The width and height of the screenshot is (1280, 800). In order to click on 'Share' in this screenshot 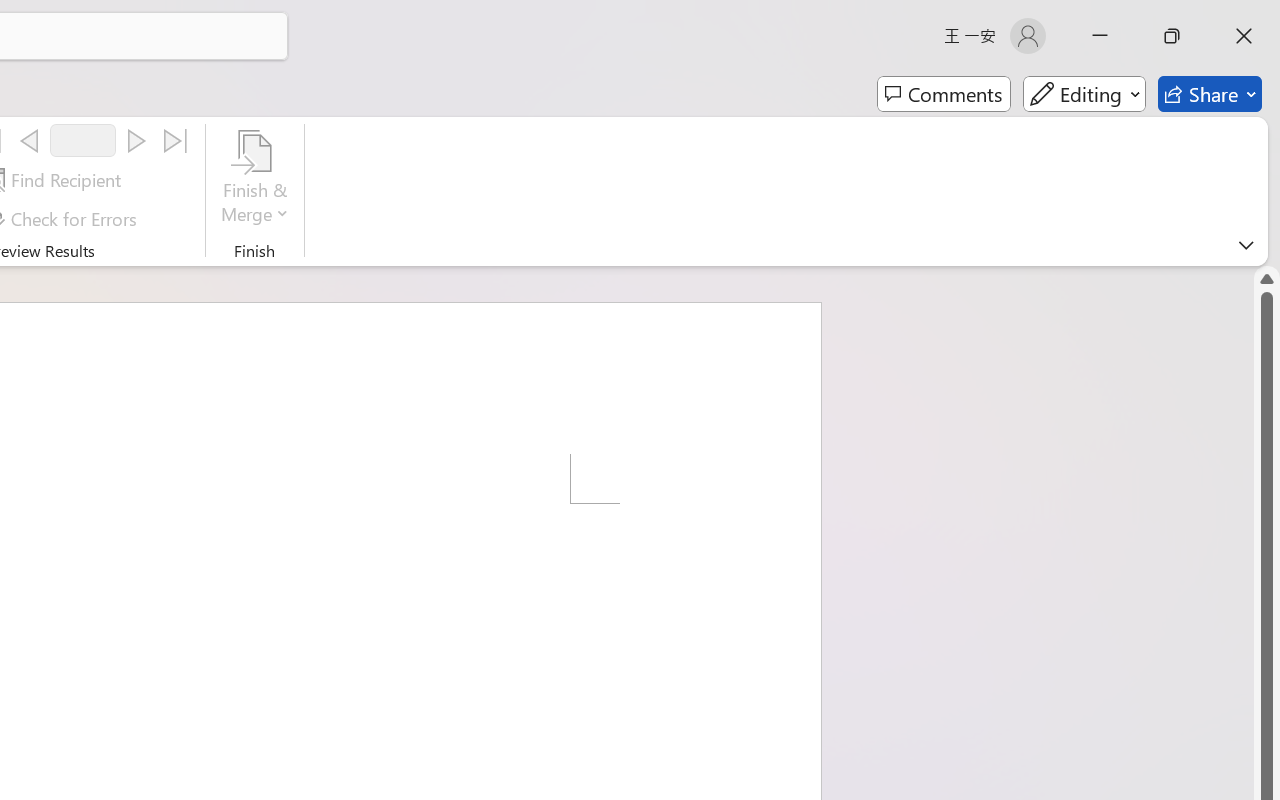, I will do `click(1209, 94)`.